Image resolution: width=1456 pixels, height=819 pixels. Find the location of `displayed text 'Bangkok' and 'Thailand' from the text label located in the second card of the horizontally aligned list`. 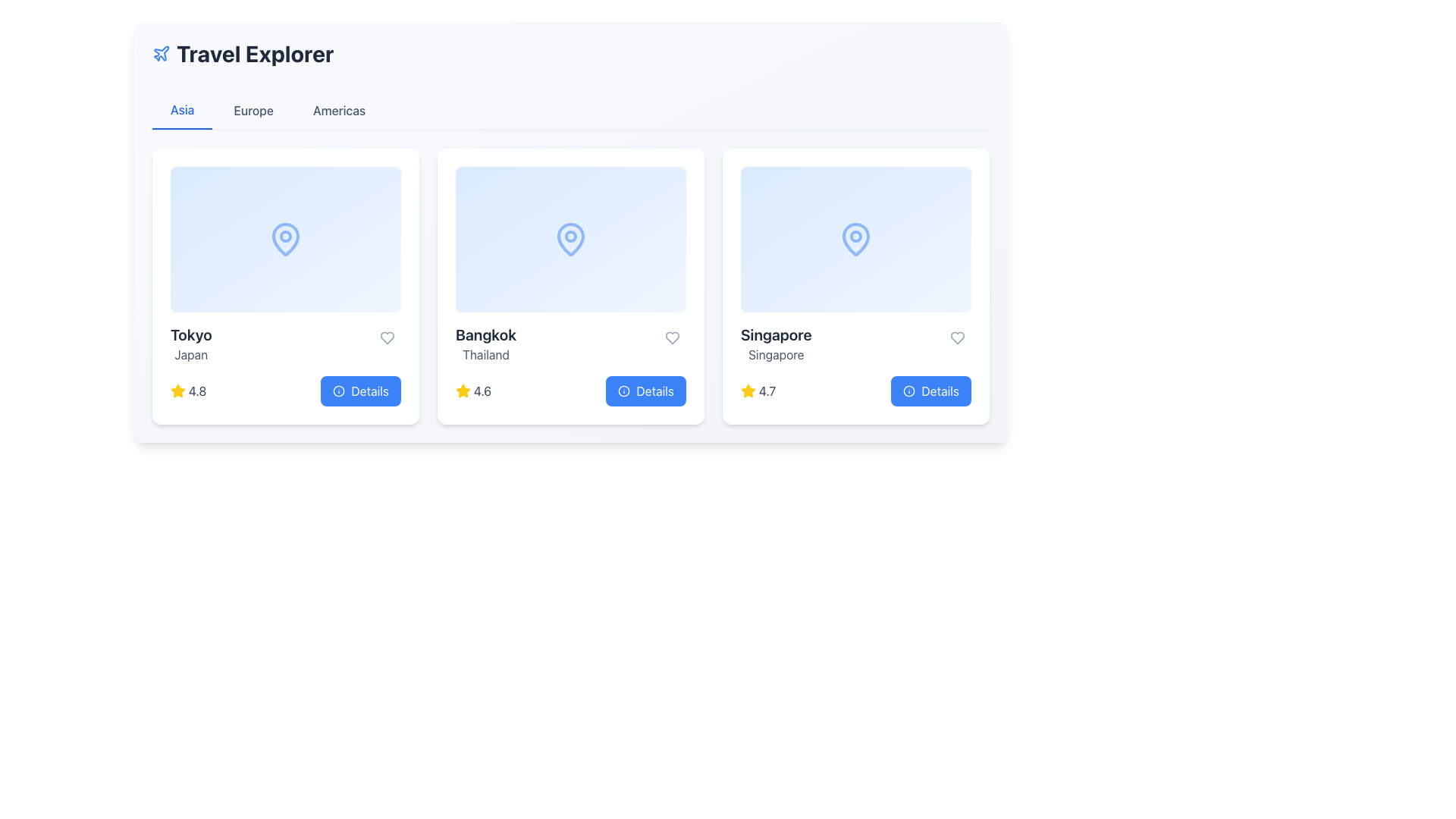

displayed text 'Bangkok' and 'Thailand' from the text label located in the second card of the horizontally aligned list is located at coordinates (486, 344).